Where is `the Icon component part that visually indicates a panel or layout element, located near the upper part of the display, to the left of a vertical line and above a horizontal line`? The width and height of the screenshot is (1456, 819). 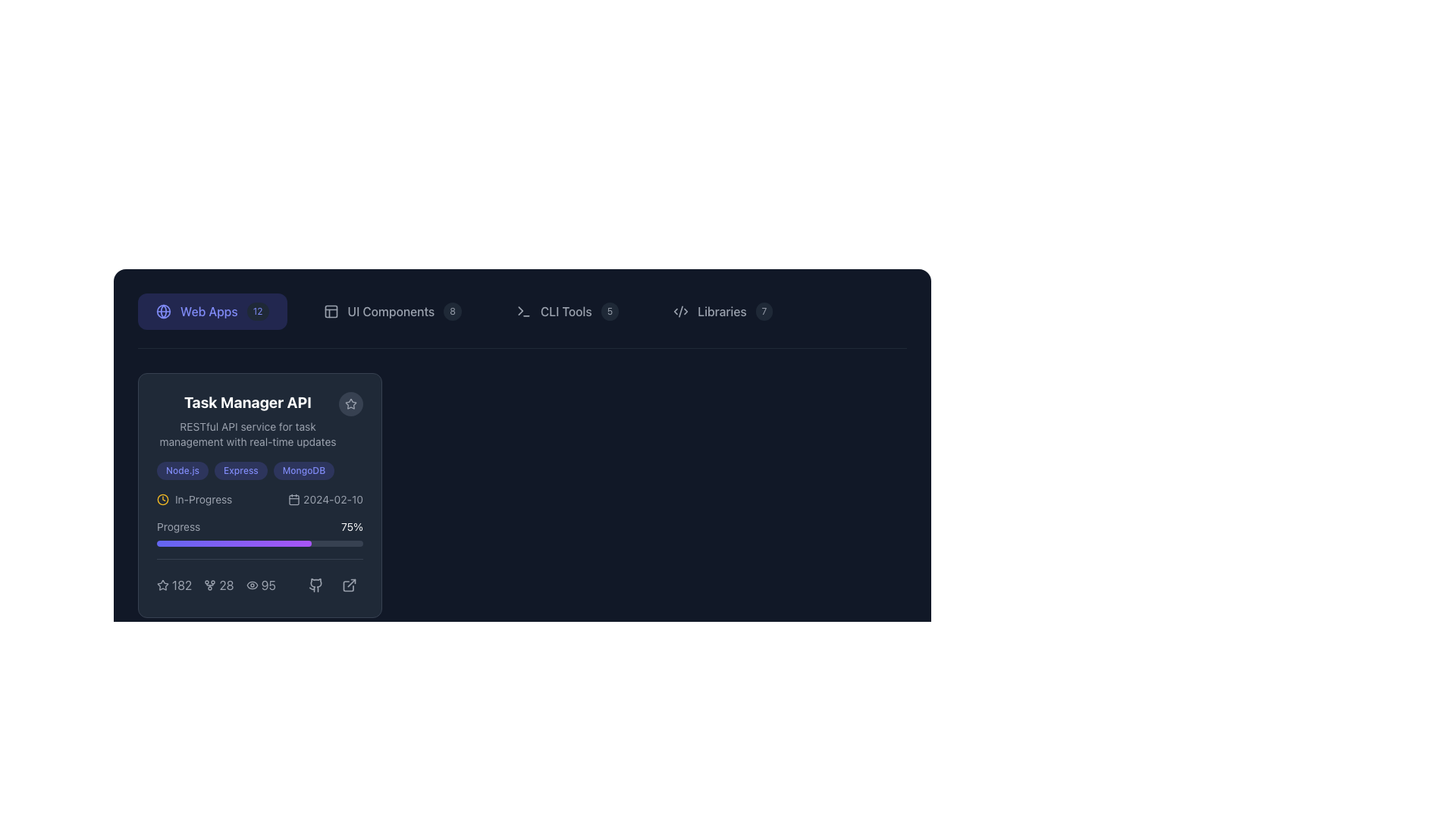 the Icon component part that visually indicates a panel or layout element, located near the upper part of the display, to the left of a vertical line and above a horizontal line is located at coordinates (330, 311).